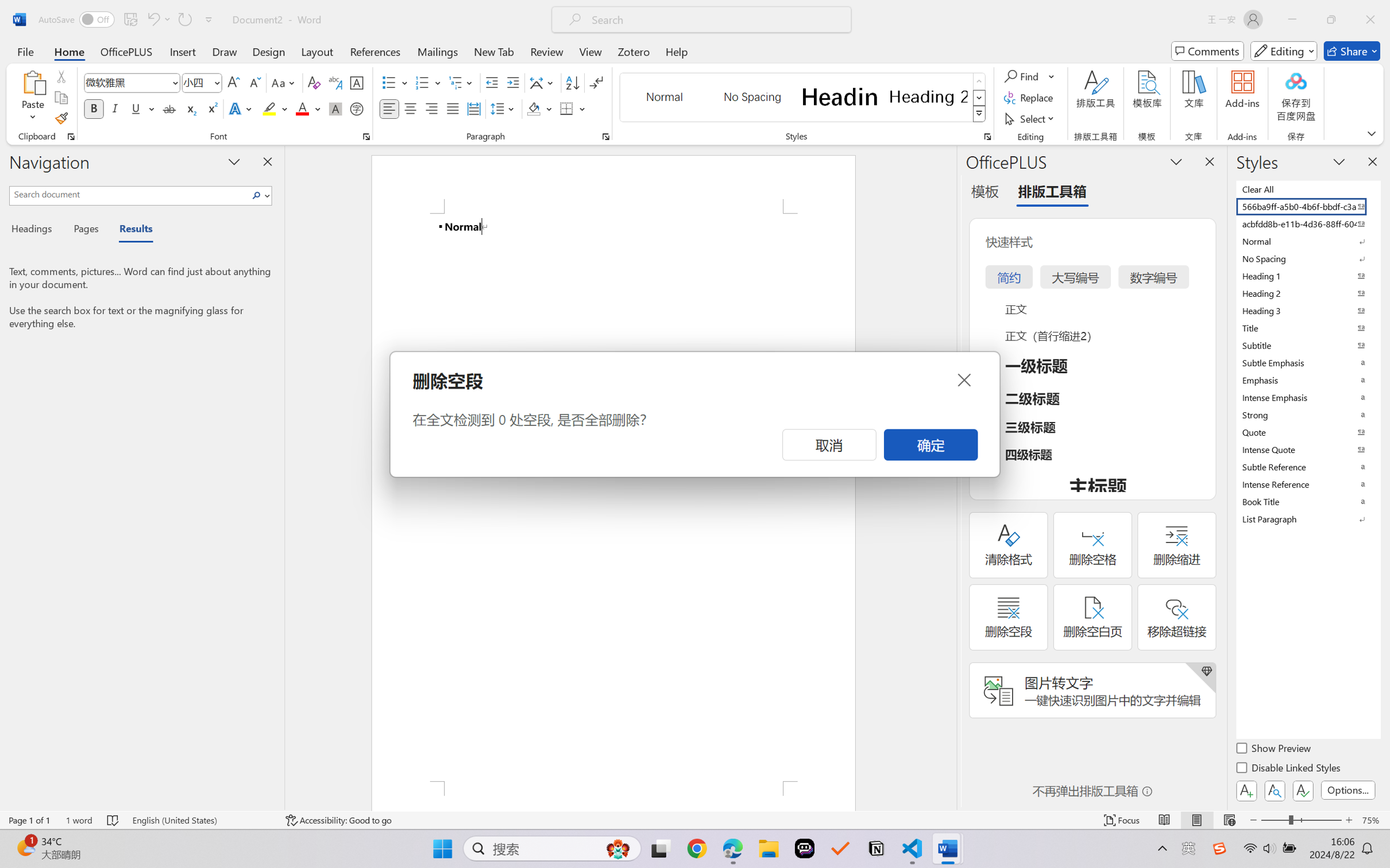  Describe the element at coordinates (211, 108) in the screenshot. I see `'Superscript'` at that location.